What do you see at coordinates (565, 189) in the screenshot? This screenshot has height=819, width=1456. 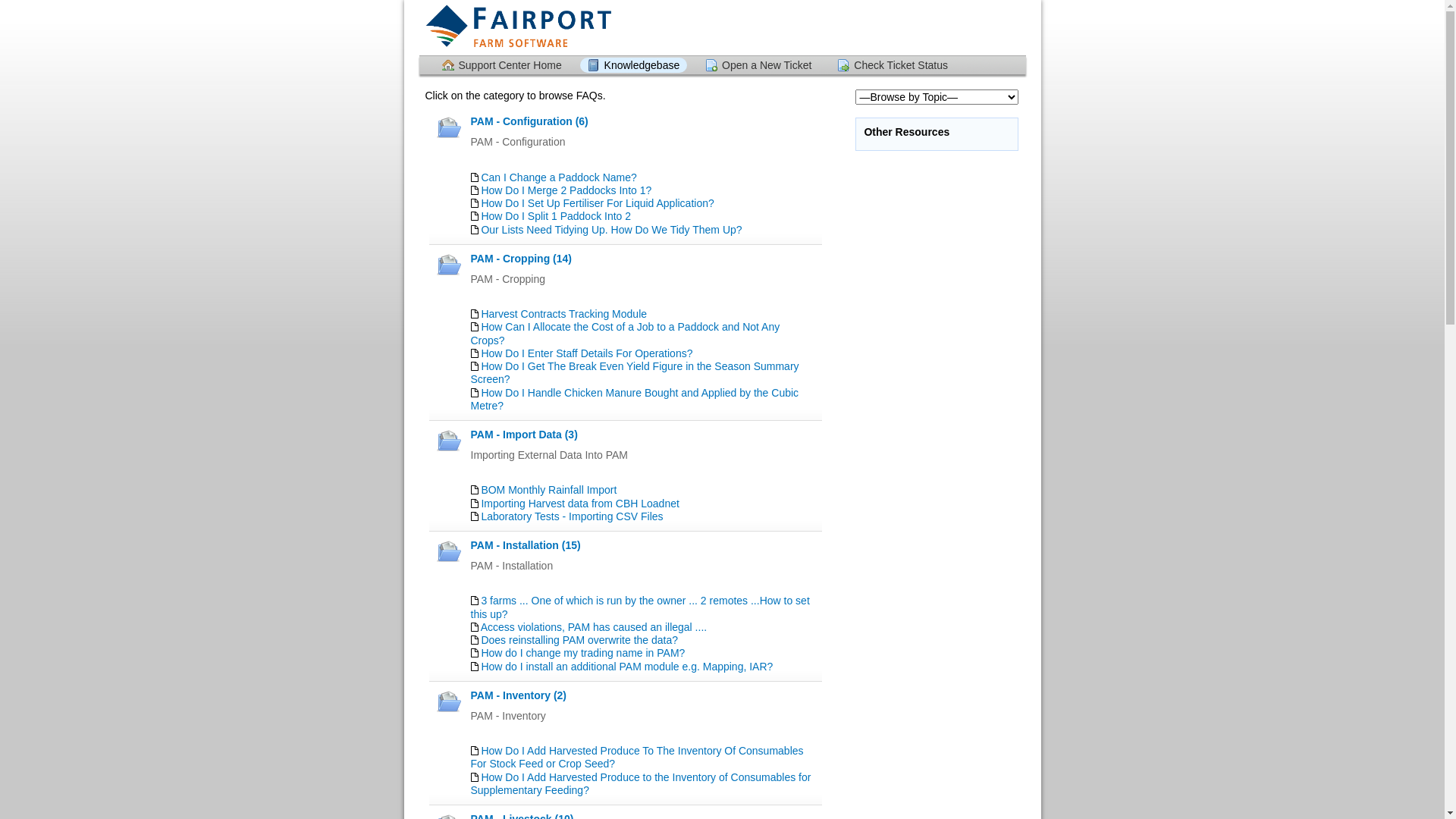 I see `'How Do I Merge 2 Paddocks Into 1?'` at bounding box center [565, 189].